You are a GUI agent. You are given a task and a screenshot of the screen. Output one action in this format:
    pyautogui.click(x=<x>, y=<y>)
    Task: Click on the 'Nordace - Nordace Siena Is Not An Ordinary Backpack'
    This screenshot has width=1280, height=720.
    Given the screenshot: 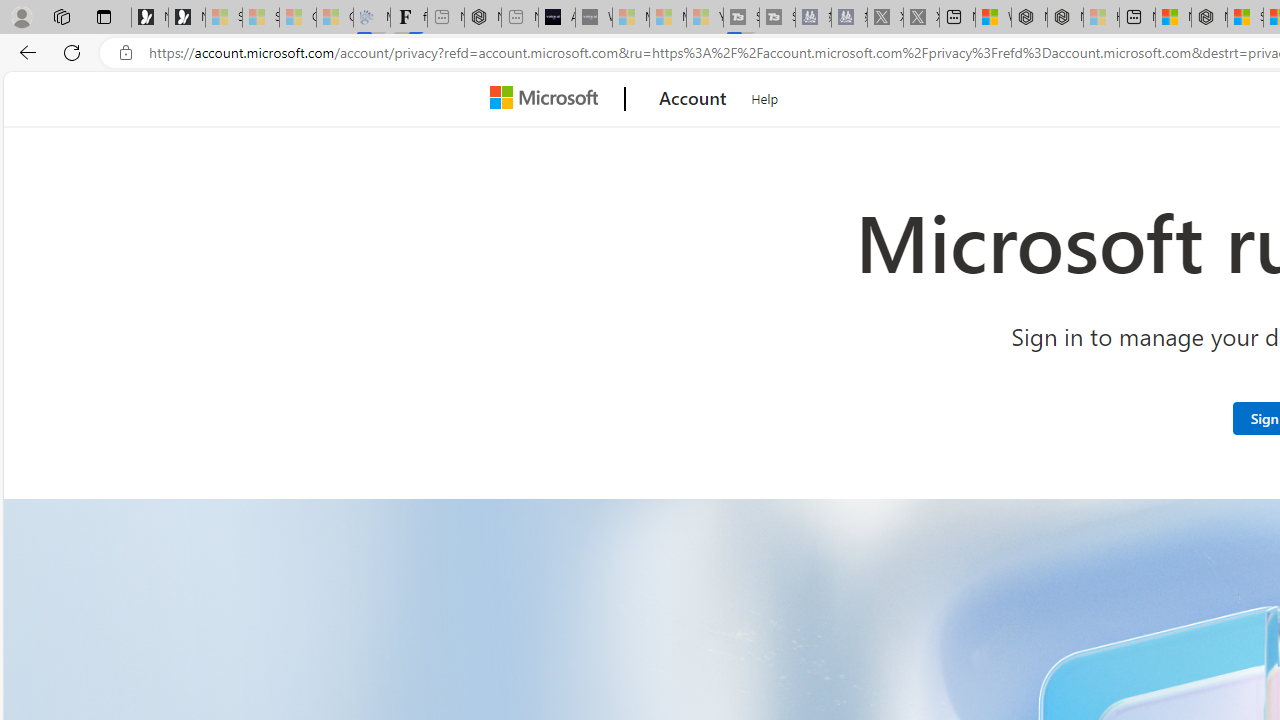 What is the action you would take?
    pyautogui.click(x=1208, y=17)
    